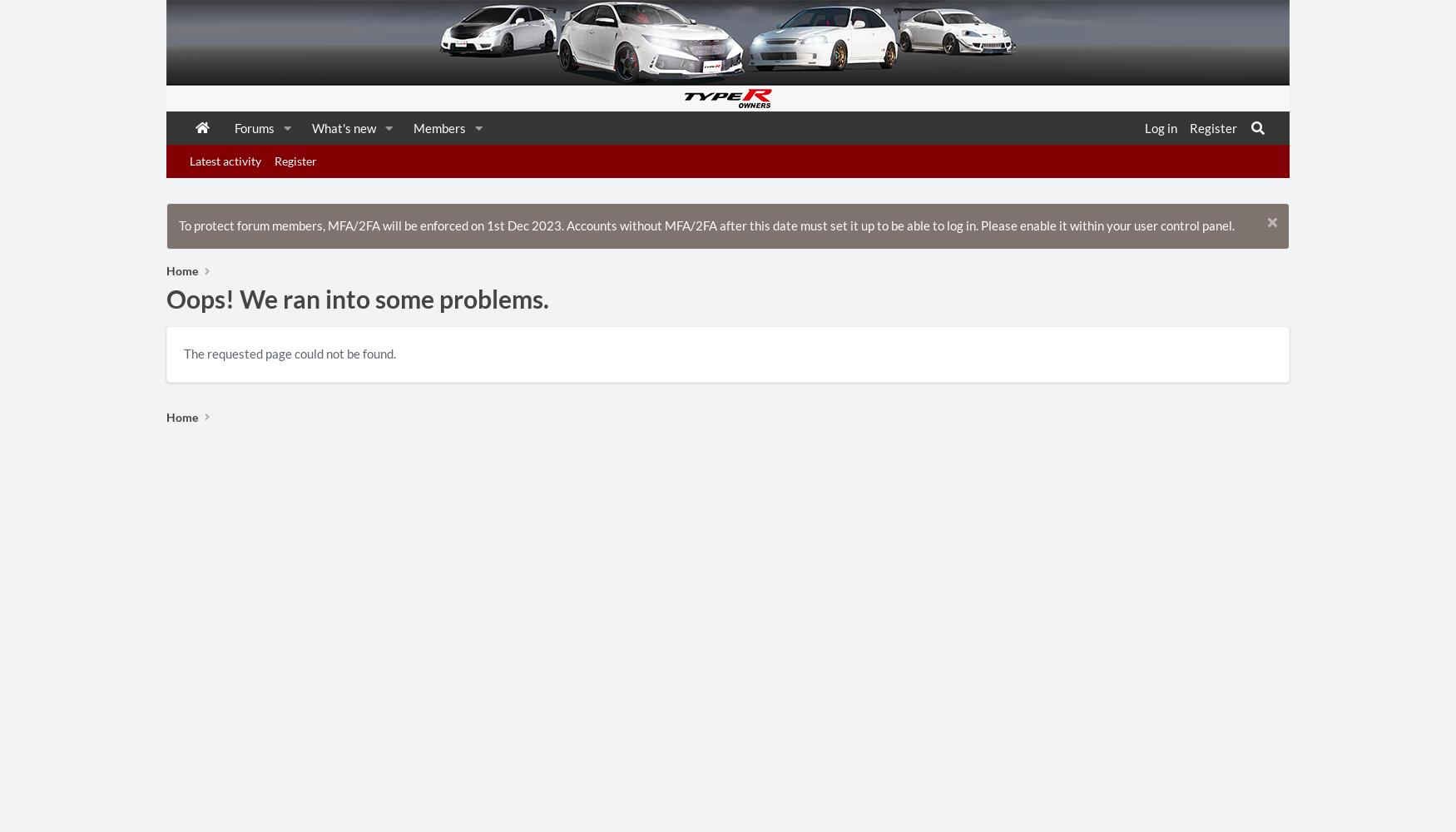 This screenshot has width=1456, height=832. What do you see at coordinates (254, 128) in the screenshot?
I see `'Forums'` at bounding box center [254, 128].